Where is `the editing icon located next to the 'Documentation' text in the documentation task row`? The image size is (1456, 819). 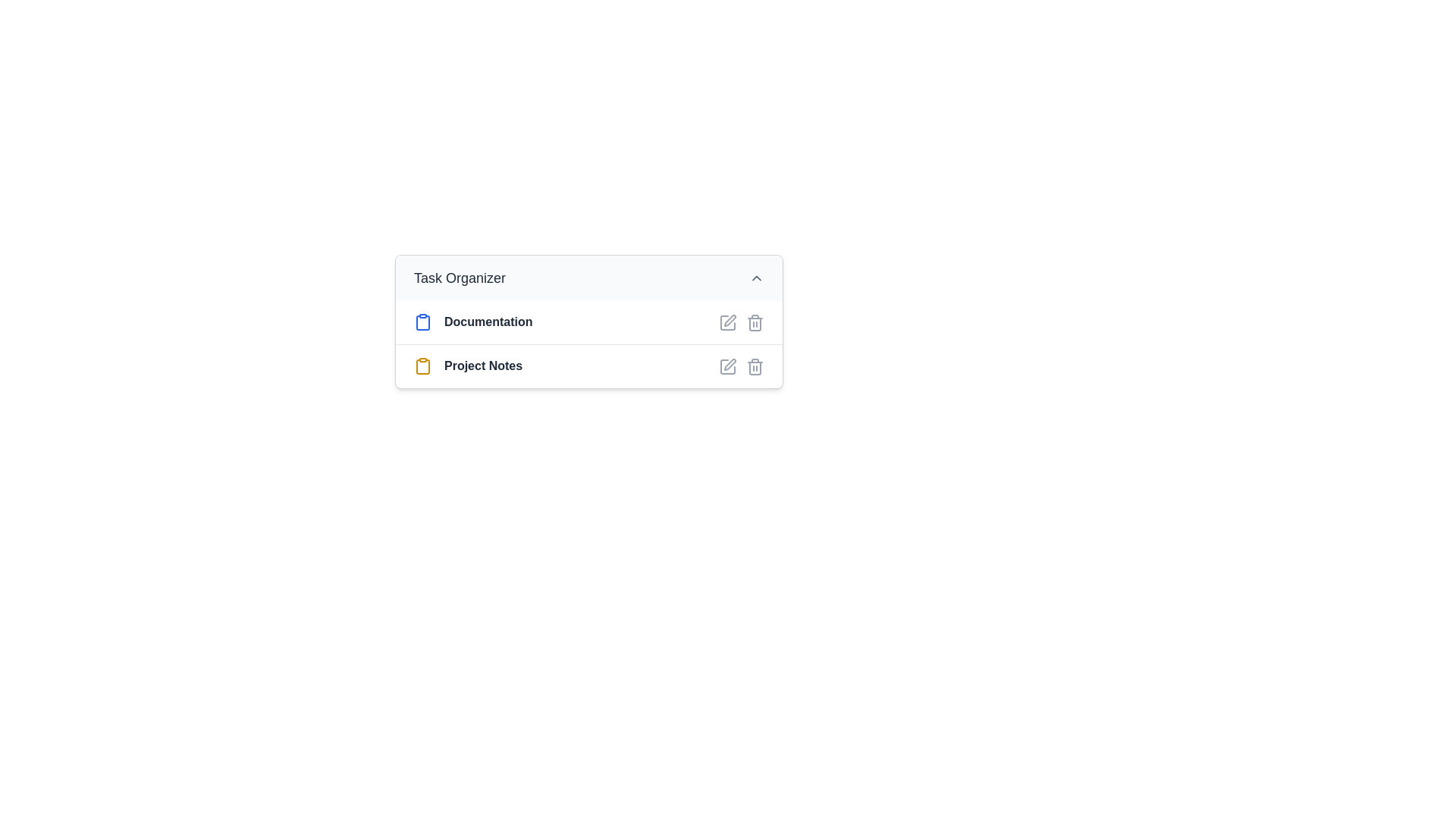
the editing icon located next to the 'Documentation' text in the documentation task row is located at coordinates (730, 319).